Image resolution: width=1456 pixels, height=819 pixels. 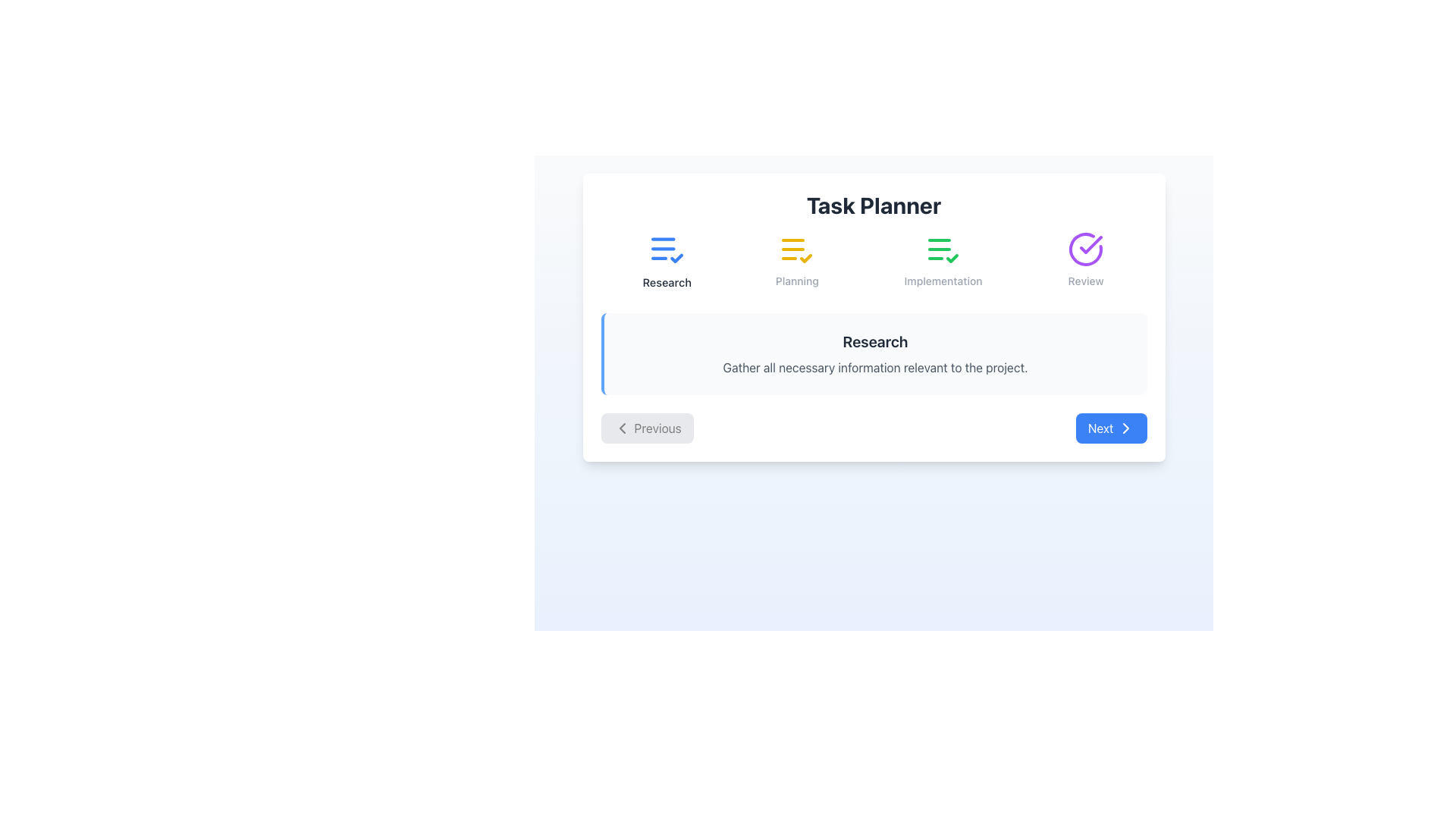 What do you see at coordinates (875, 342) in the screenshot?
I see `the 'Research' header text element, which is a bold and large text label located centrally above a descriptive paragraph within a bordered box` at bounding box center [875, 342].